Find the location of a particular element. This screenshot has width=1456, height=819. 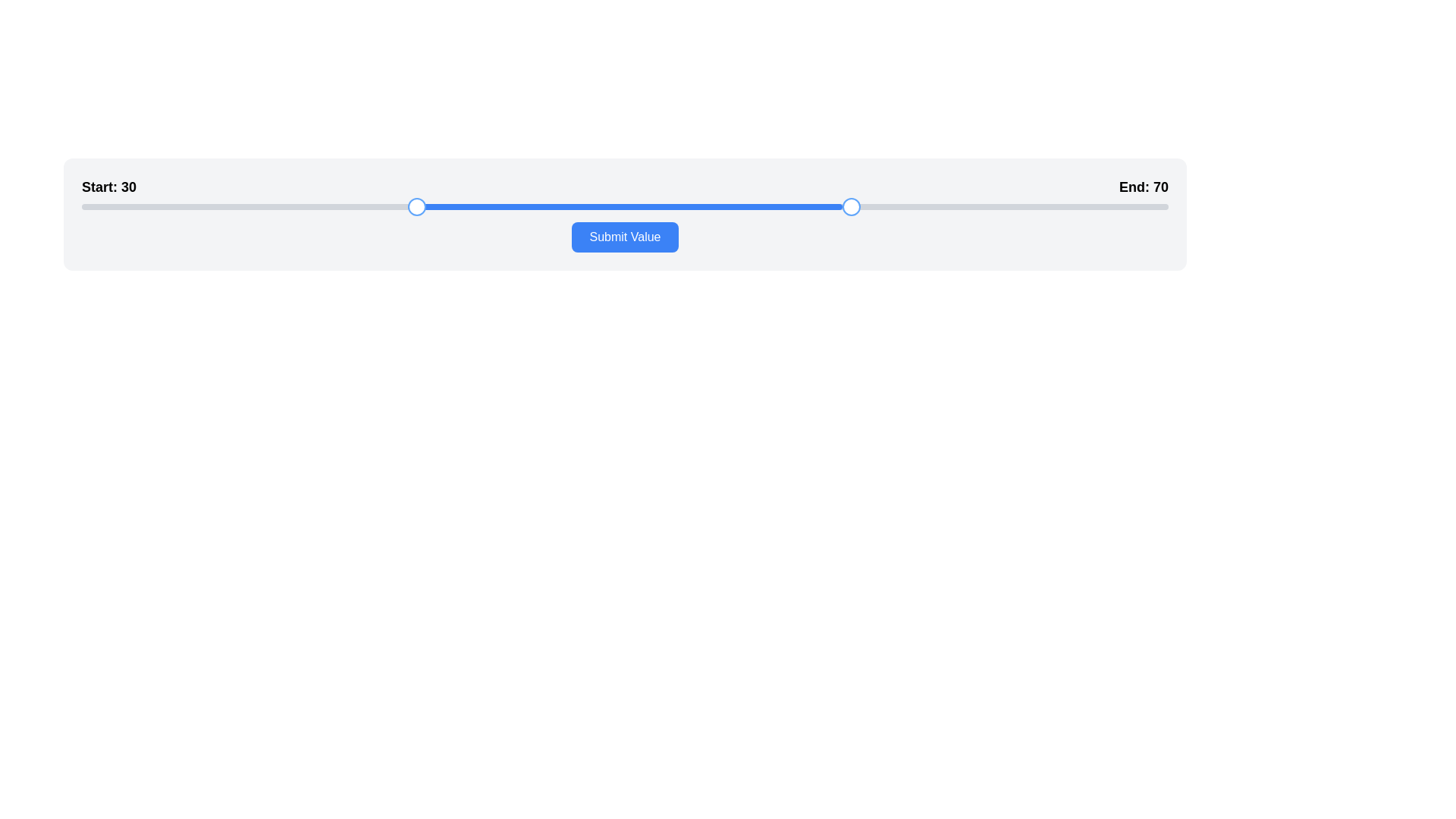

slider position is located at coordinates (243, 207).